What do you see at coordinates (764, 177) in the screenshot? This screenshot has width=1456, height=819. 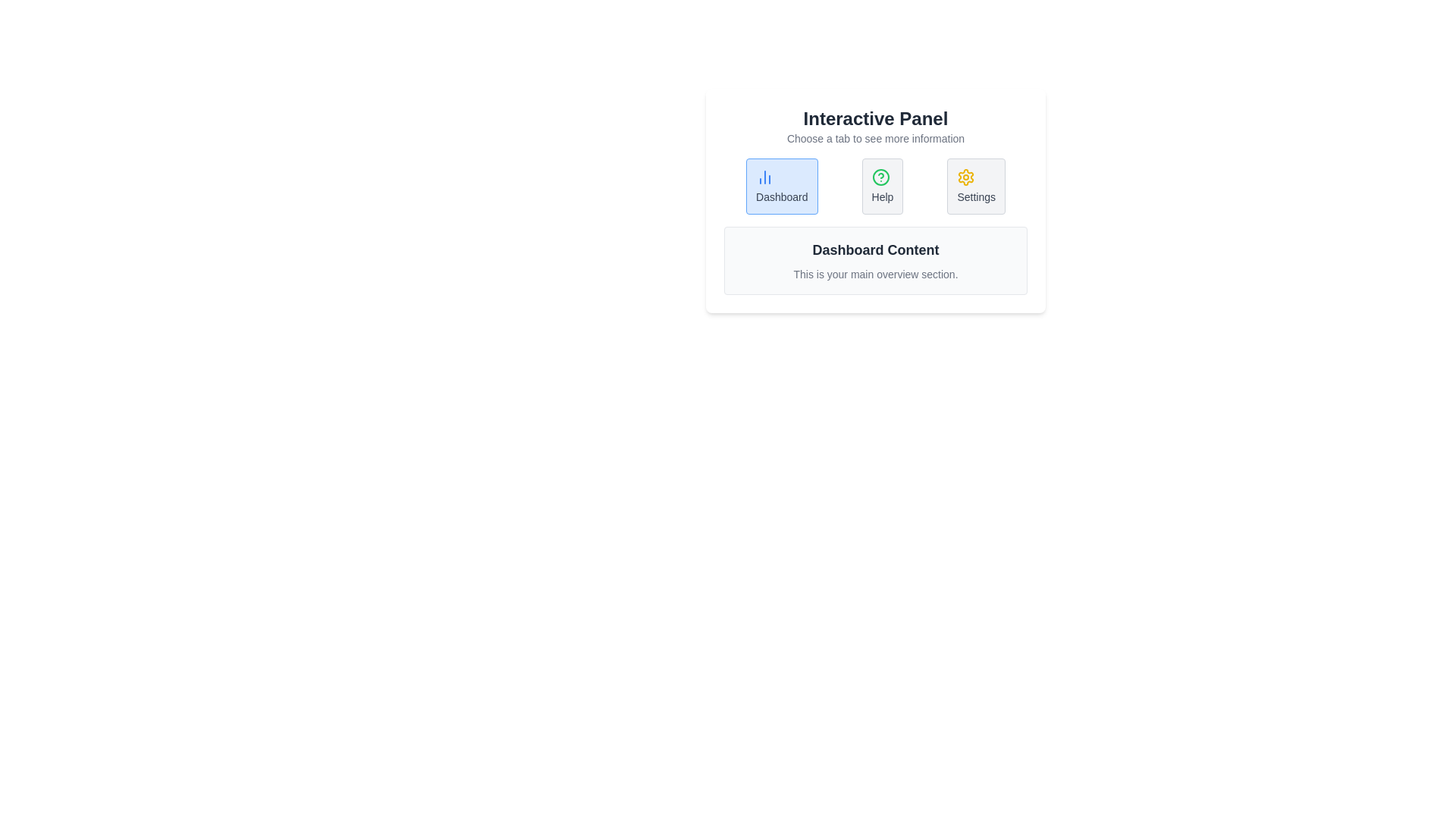 I see `the 'Dashboard' button by moving the cursor to the center of the chart icon` at bounding box center [764, 177].